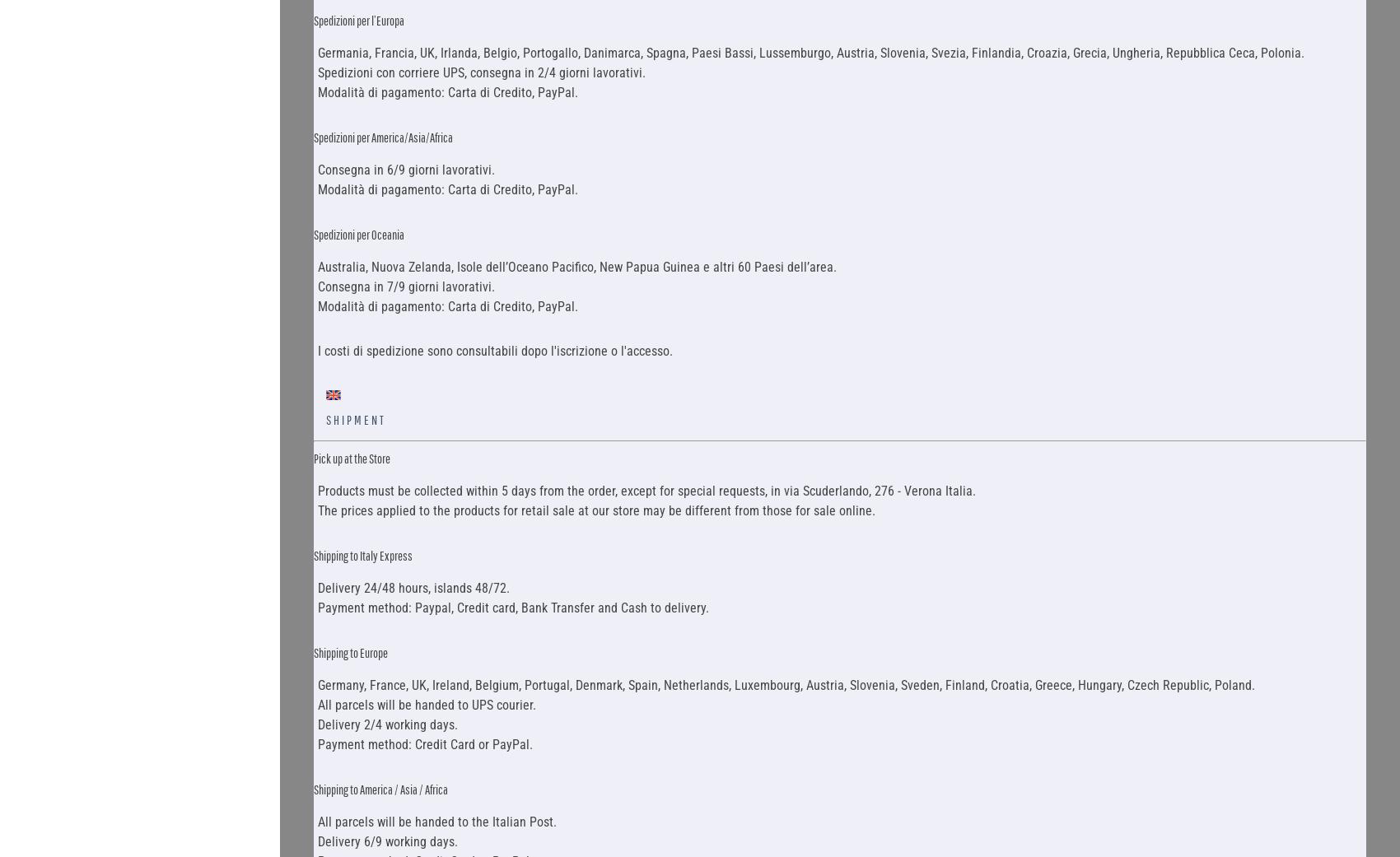  Describe the element at coordinates (355, 418) in the screenshot. I see `'Shipment'` at that location.